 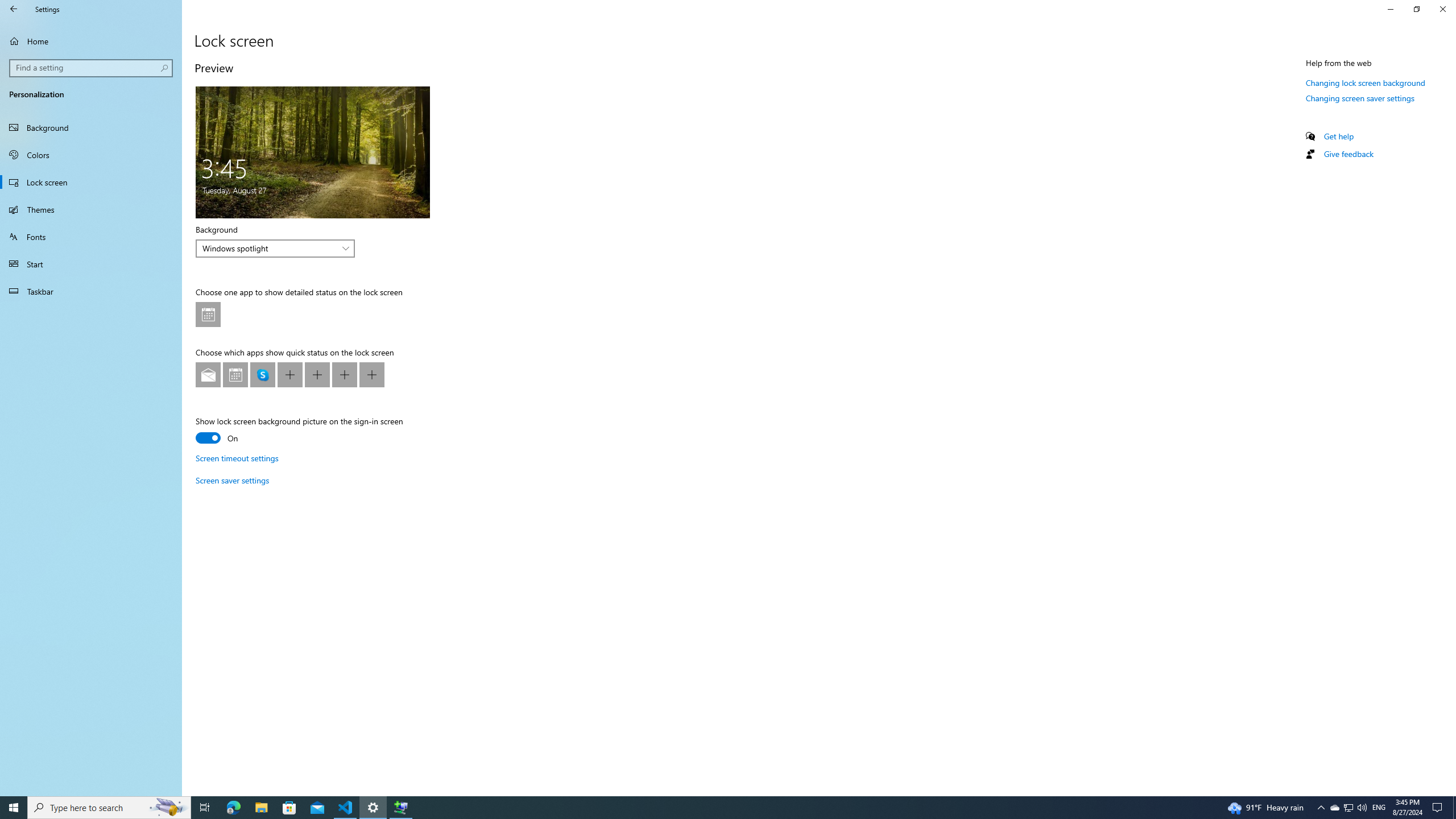 What do you see at coordinates (401, 806) in the screenshot?
I see `'Extensible Wizards Host Process - 1 running window'` at bounding box center [401, 806].